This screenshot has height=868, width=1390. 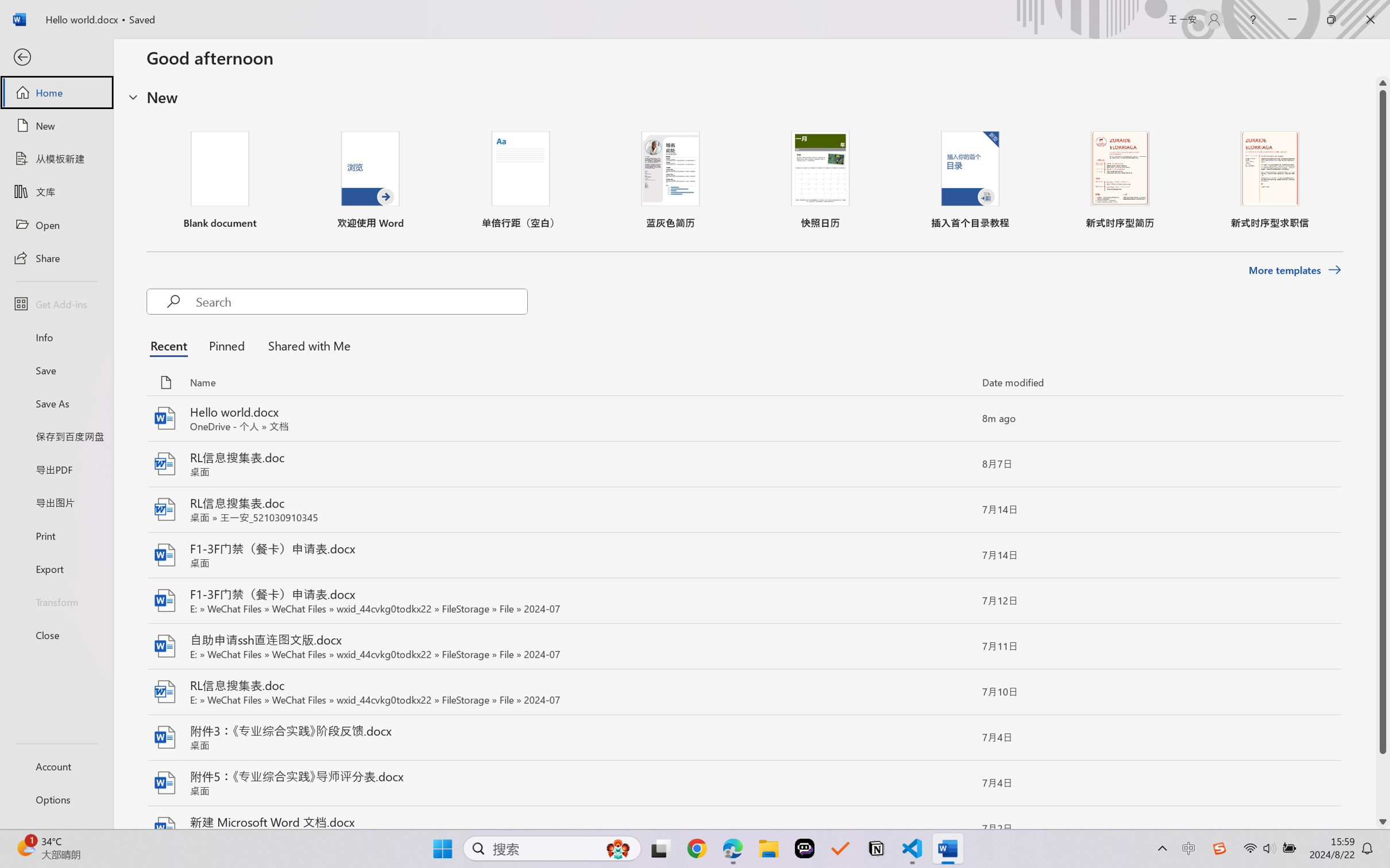 What do you see at coordinates (56, 568) in the screenshot?
I see `'Export'` at bounding box center [56, 568].